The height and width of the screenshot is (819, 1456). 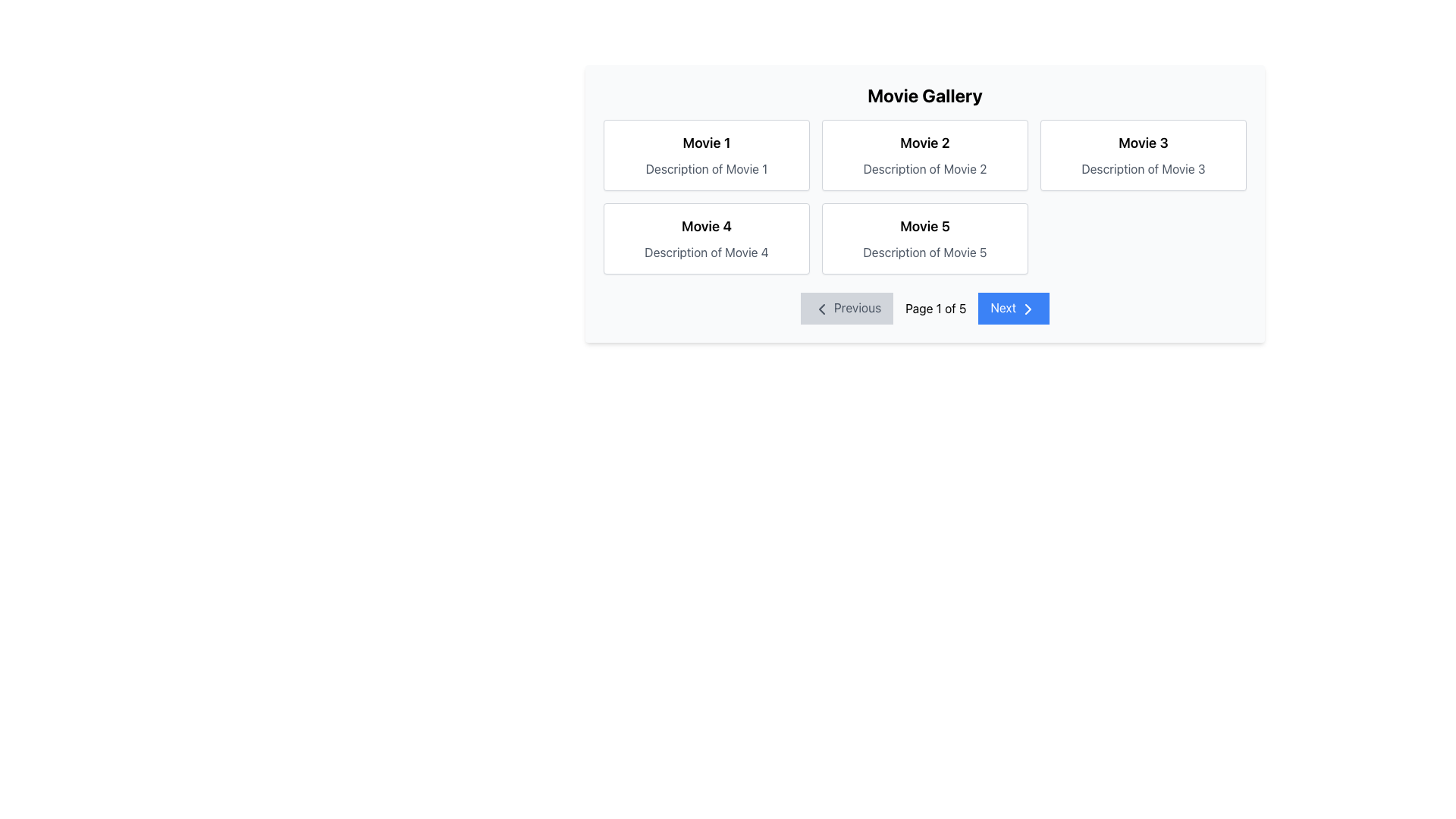 I want to click on the left-pointing chevron icon within the 'Previous' button, which is styled with a gray color and has a thin, rounded stroke, so click(x=821, y=308).